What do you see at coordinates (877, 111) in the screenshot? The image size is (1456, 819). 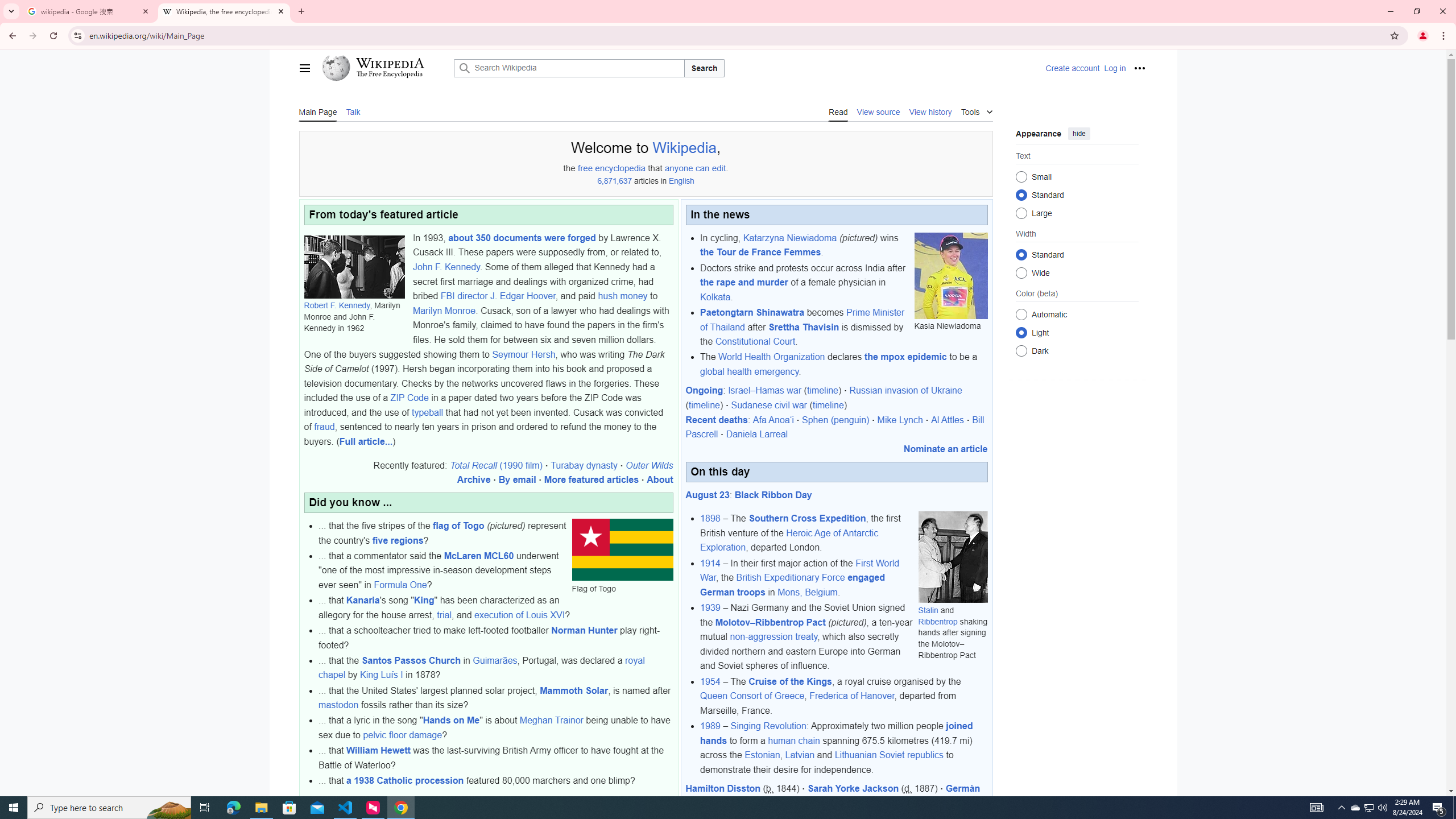 I see `'View source'` at bounding box center [877, 111].